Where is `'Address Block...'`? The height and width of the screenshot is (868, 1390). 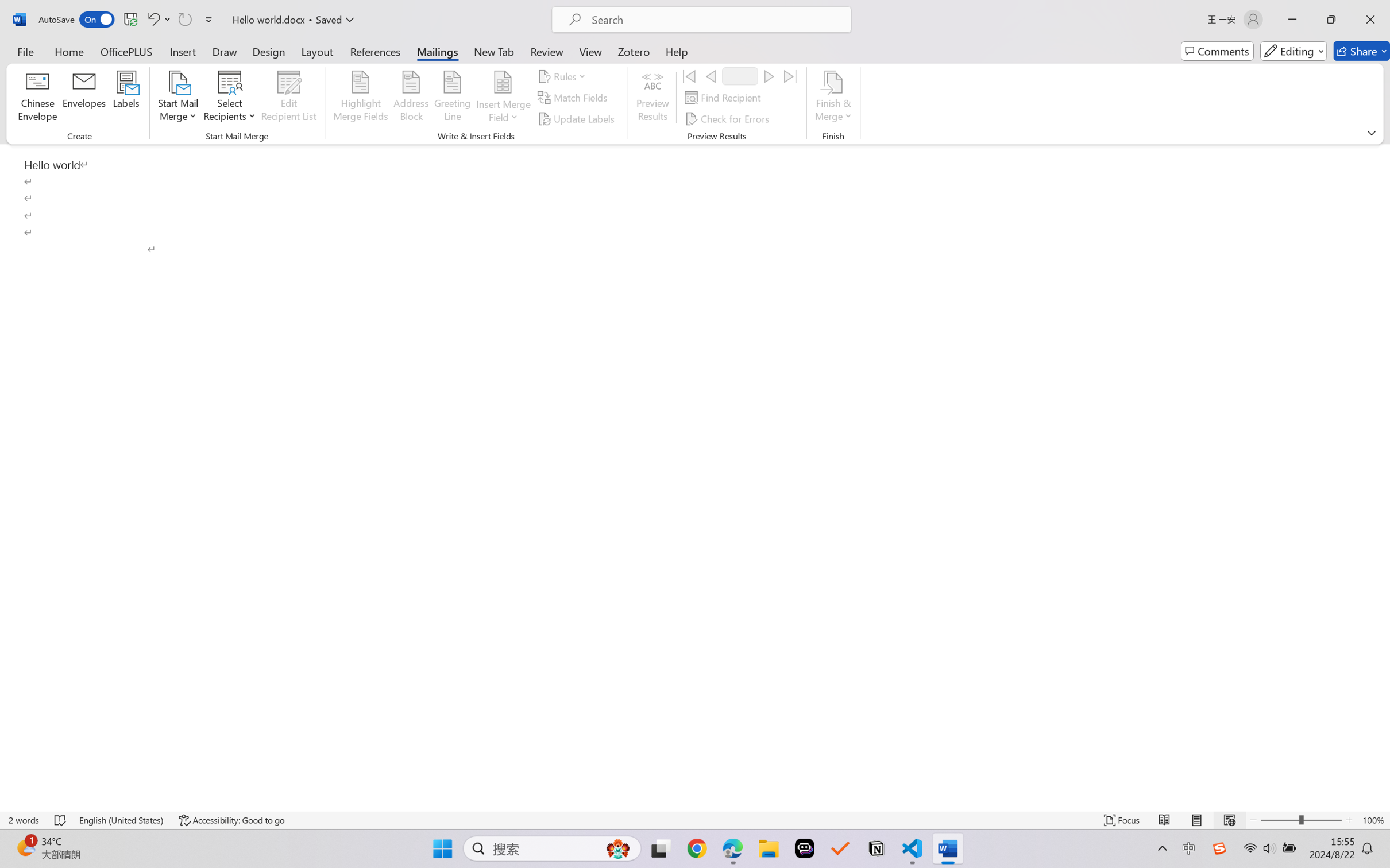 'Address Block...' is located at coordinates (411, 98).